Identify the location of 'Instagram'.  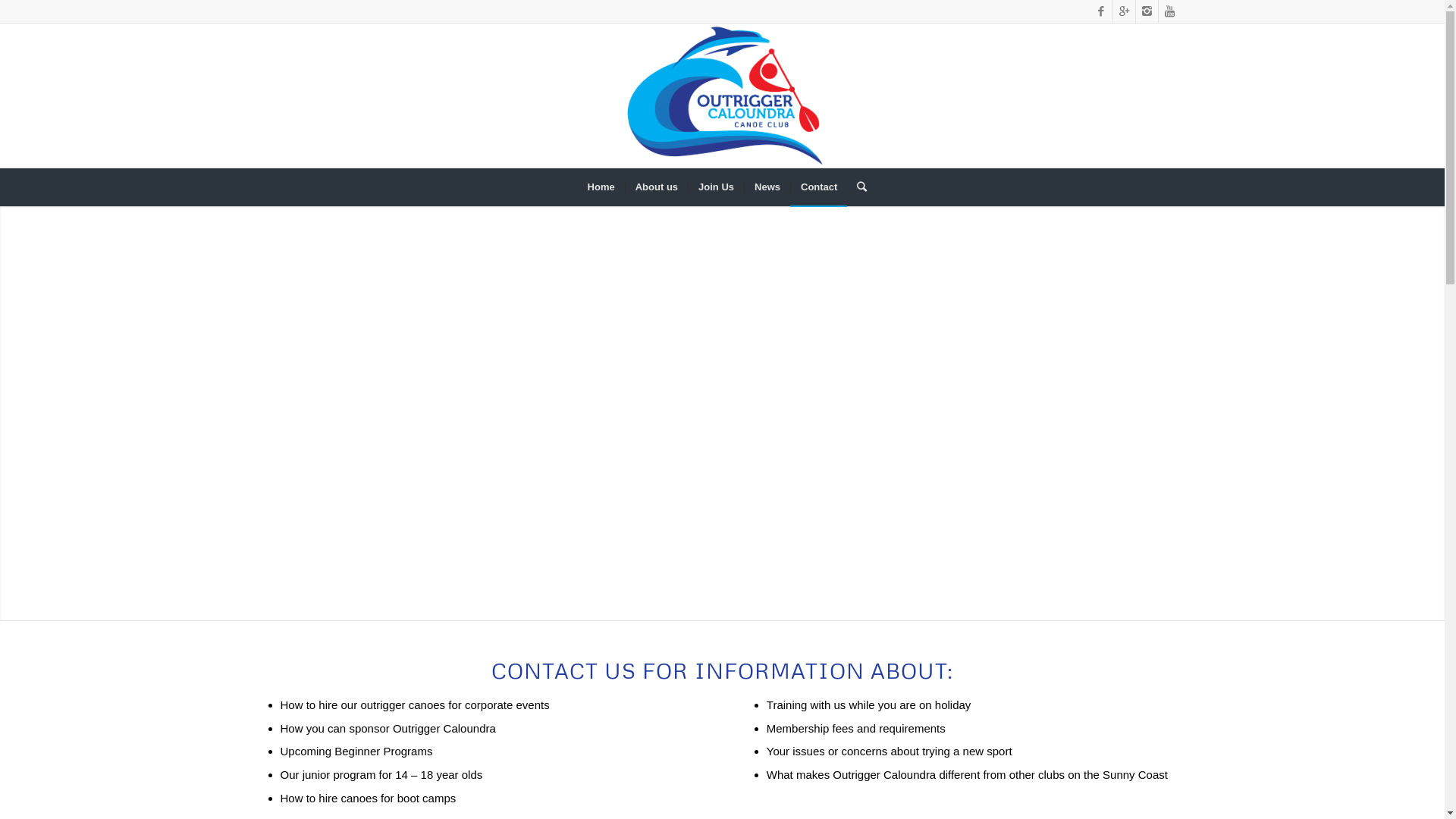
(1147, 11).